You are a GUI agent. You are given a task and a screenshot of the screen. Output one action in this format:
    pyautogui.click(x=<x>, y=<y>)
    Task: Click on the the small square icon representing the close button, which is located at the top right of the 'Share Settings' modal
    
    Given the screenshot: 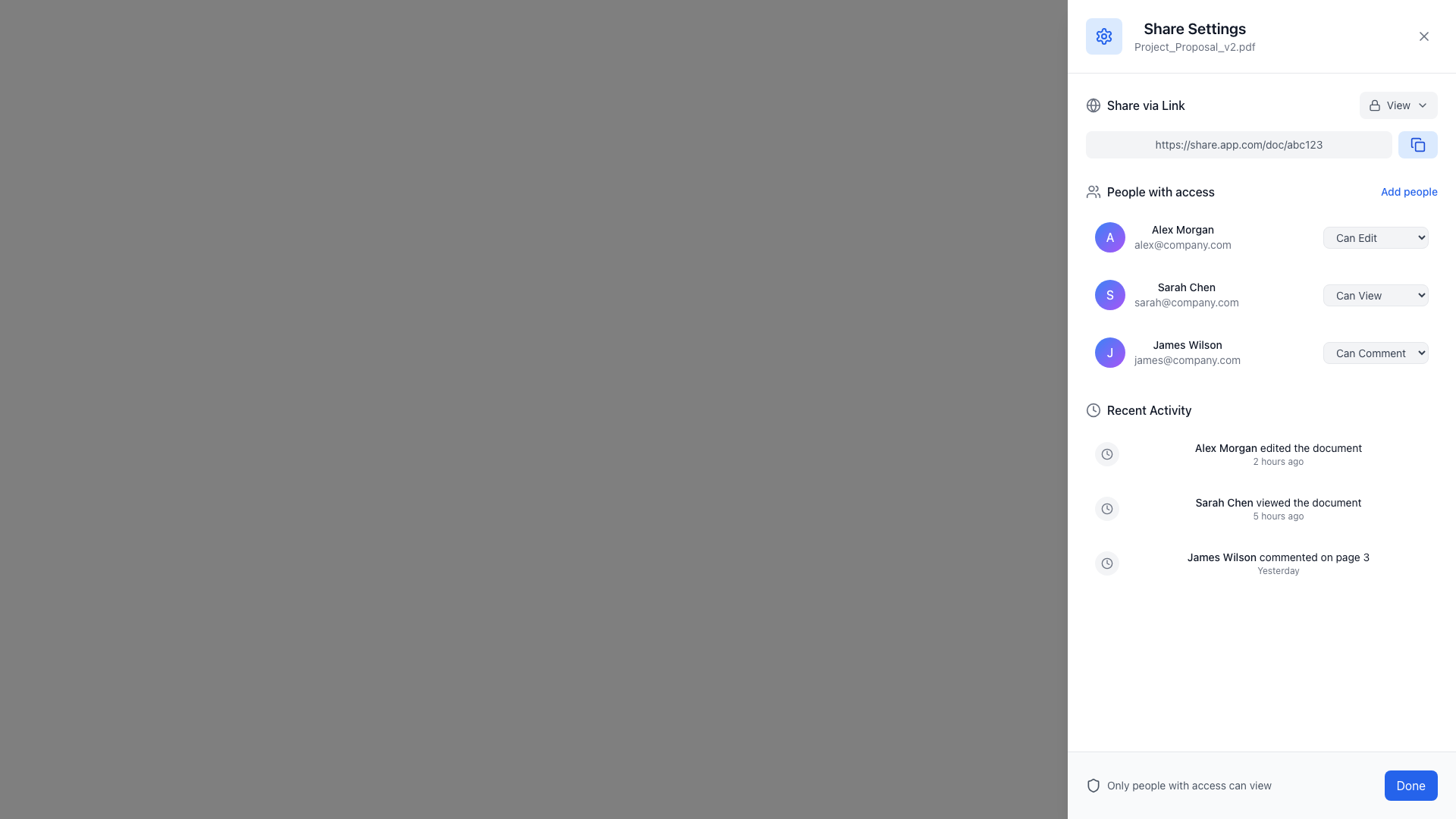 What is the action you would take?
    pyautogui.click(x=1423, y=35)
    